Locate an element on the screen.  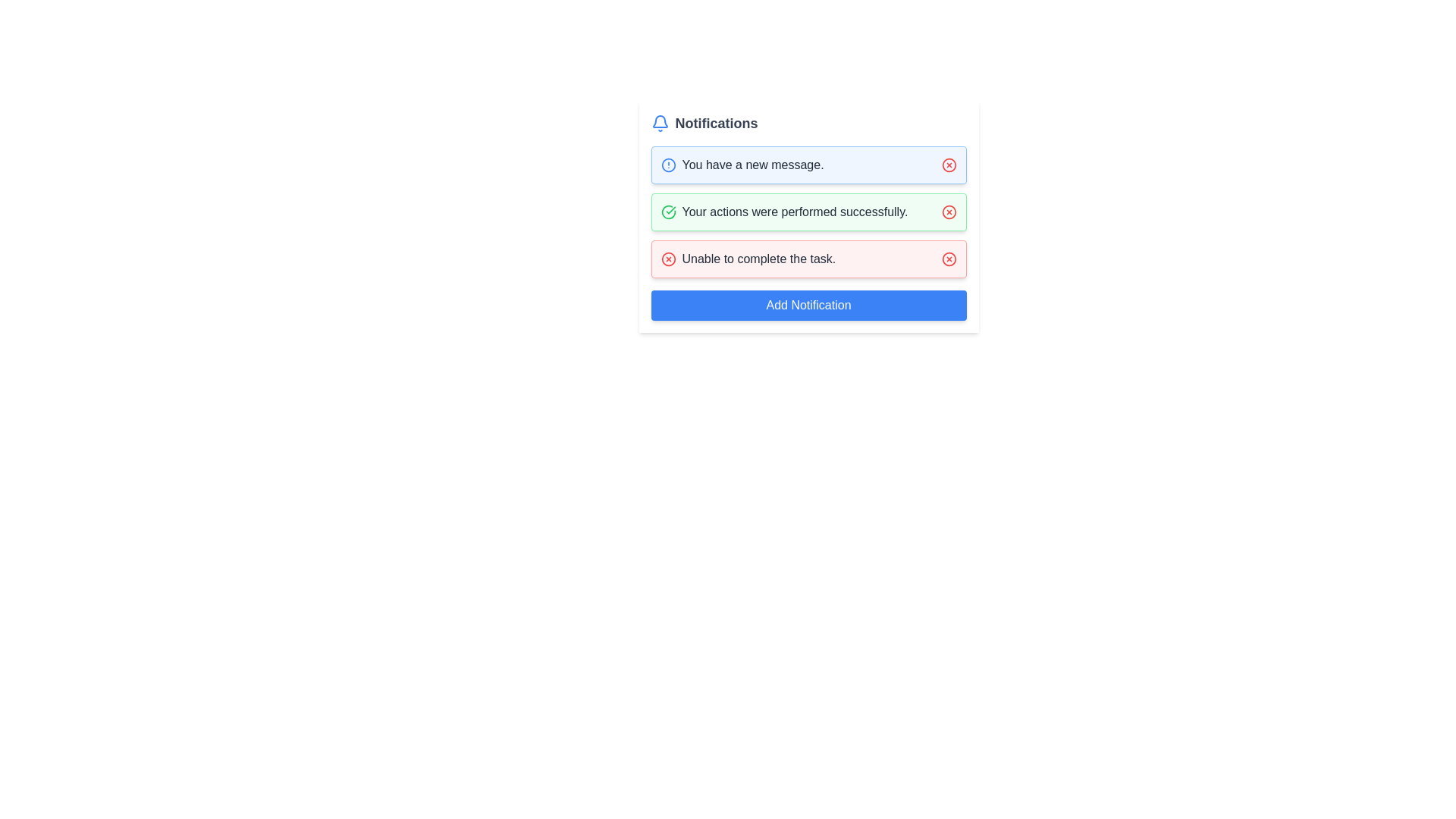
the bell icon with a light blue outline, located to the left of the 'Notifications' text label at the top of the notification box is located at coordinates (660, 122).